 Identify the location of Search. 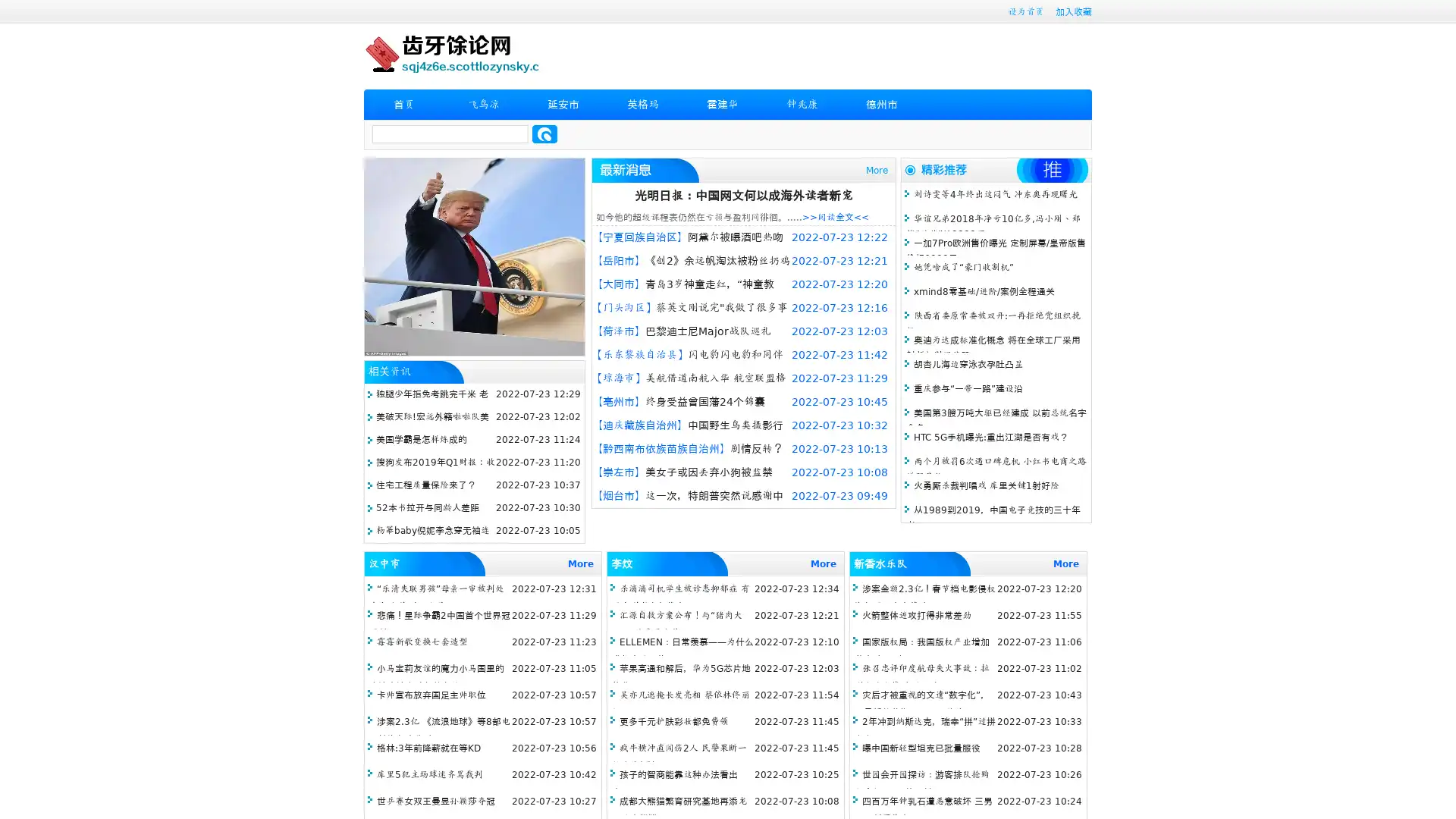
(544, 133).